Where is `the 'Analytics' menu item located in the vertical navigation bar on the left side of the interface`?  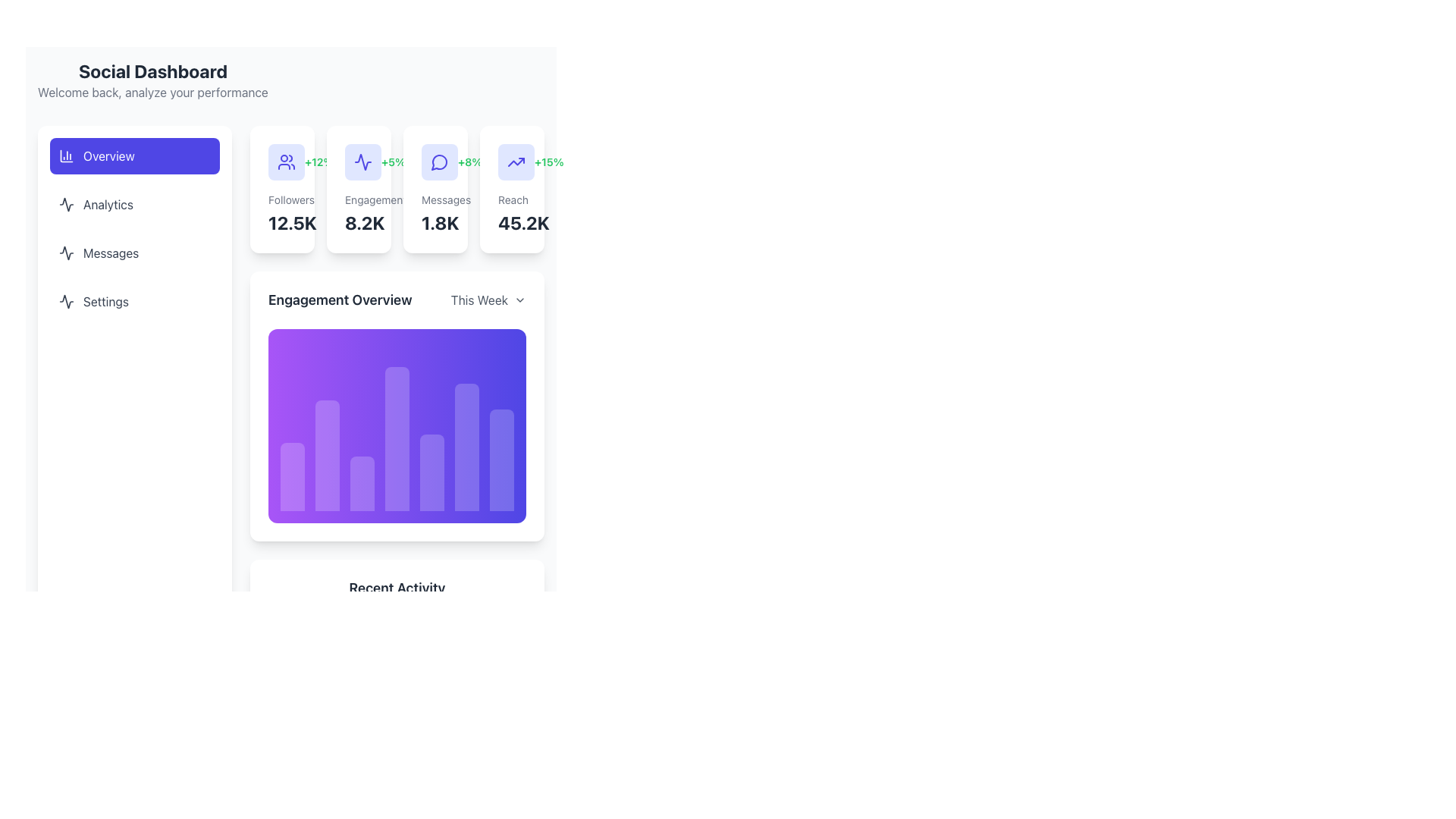 the 'Analytics' menu item located in the vertical navigation bar on the left side of the interface is located at coordinates (134, 228).